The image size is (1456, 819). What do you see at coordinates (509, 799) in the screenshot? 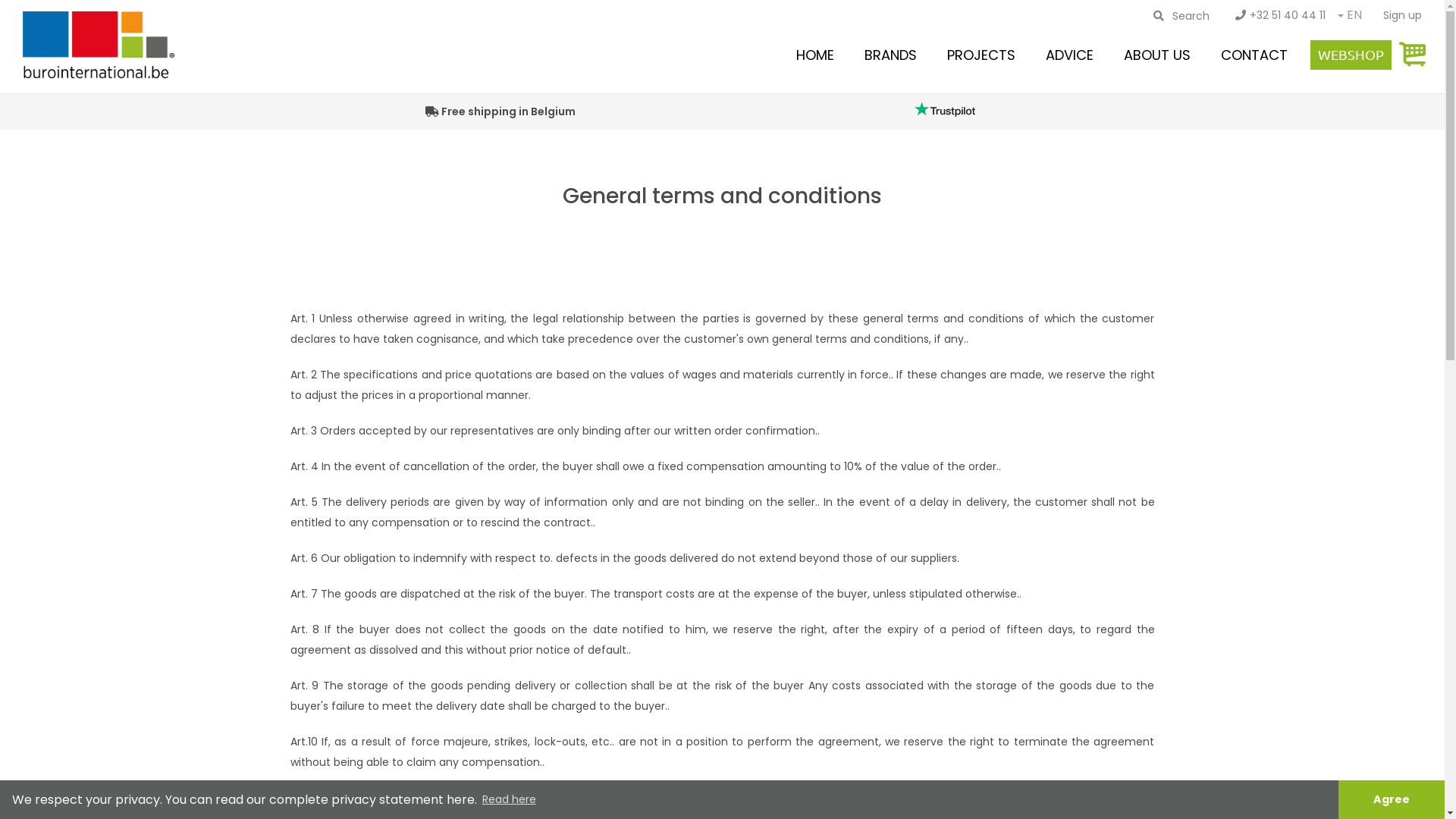
I see `'Read here'` at bounding box center [509, 799].